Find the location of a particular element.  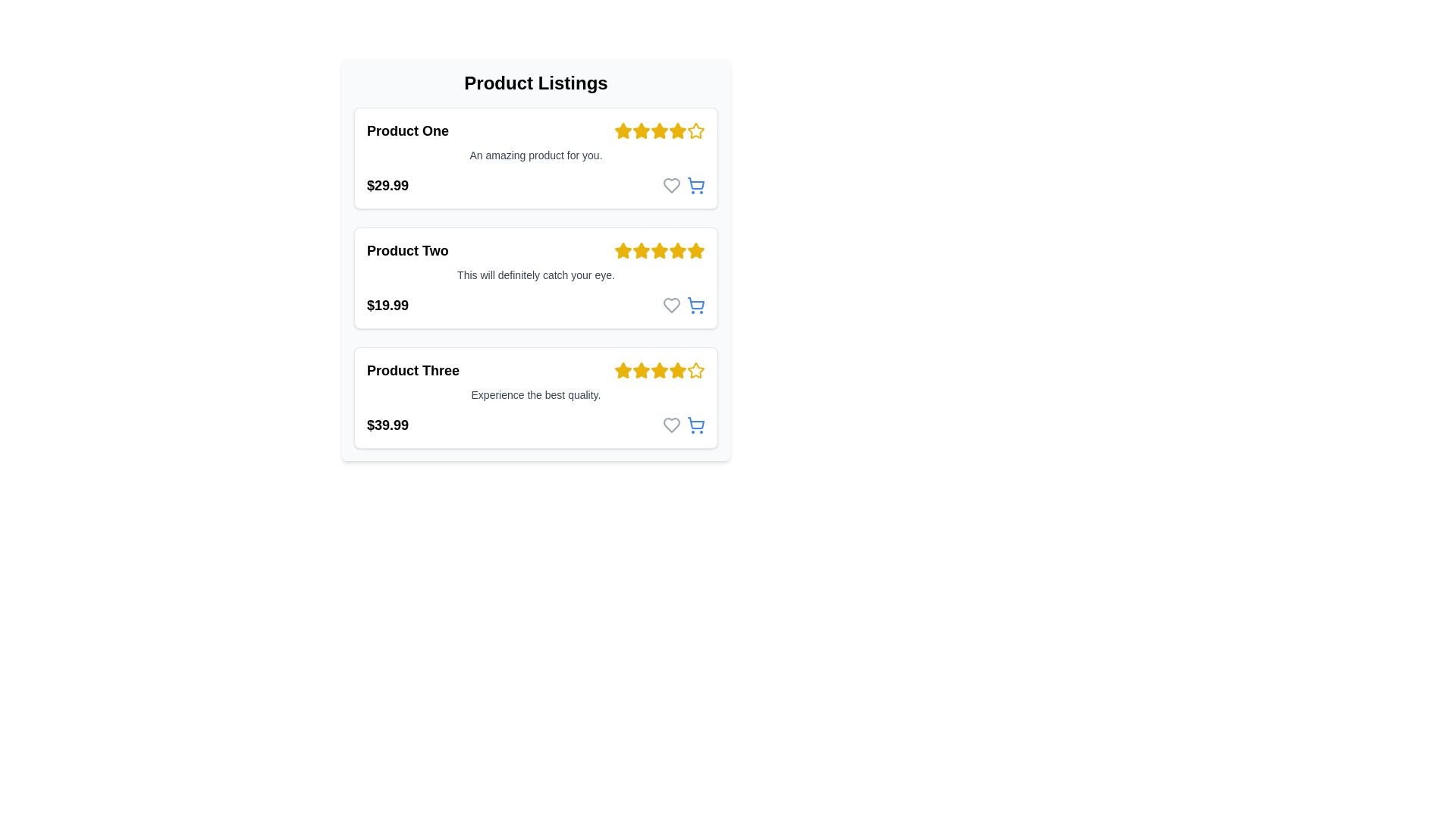

the static text label that contains the phrase 'This will definitely catch your eye.' located under the heading 'Product Two' in the second product card is located at coordinates (535, 275).